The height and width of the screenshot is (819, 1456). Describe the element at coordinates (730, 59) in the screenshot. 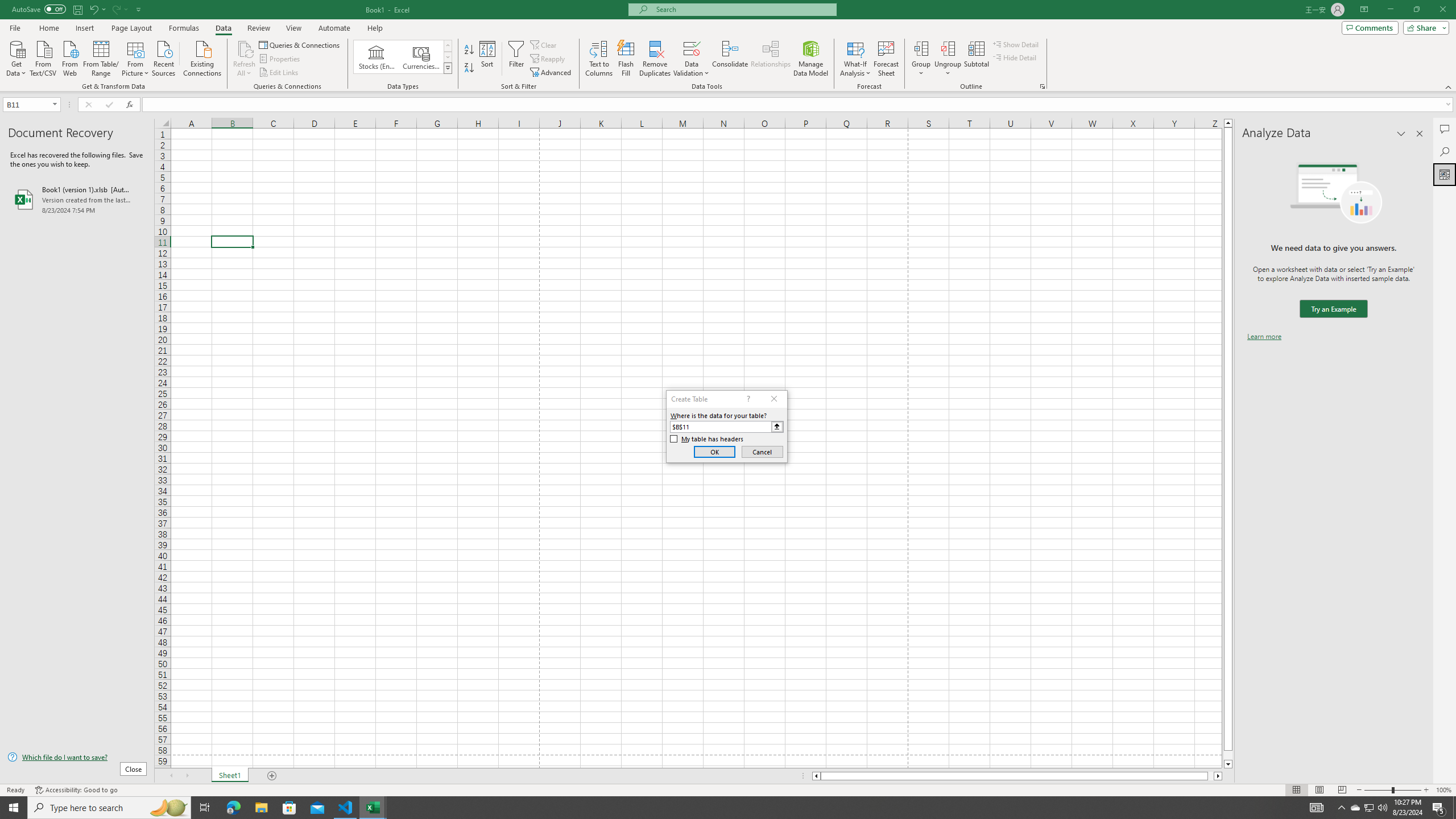

I see `'Consolidate...'` at that location.